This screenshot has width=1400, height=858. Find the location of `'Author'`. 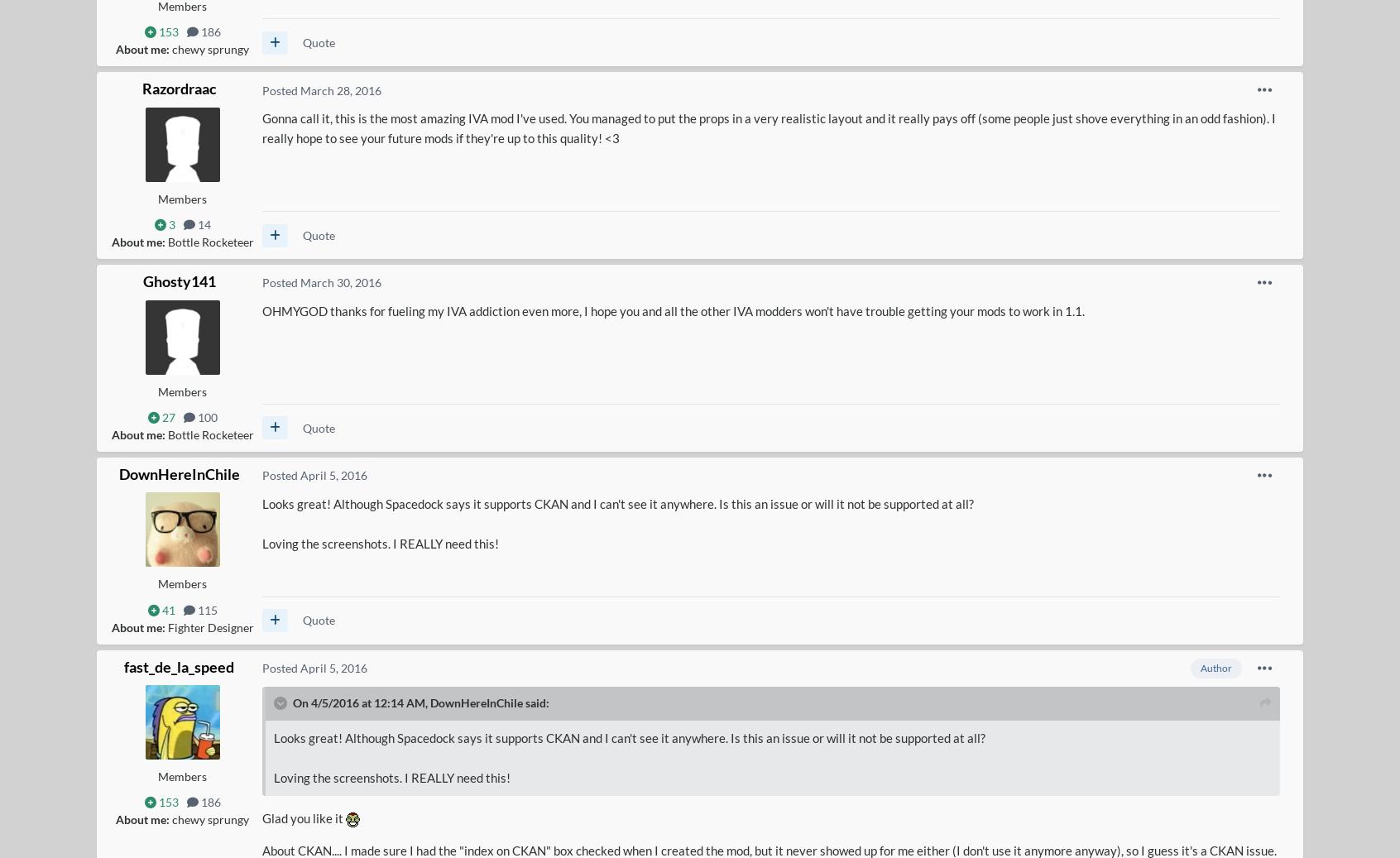

'Author' is located at coordinates (1200, 668).